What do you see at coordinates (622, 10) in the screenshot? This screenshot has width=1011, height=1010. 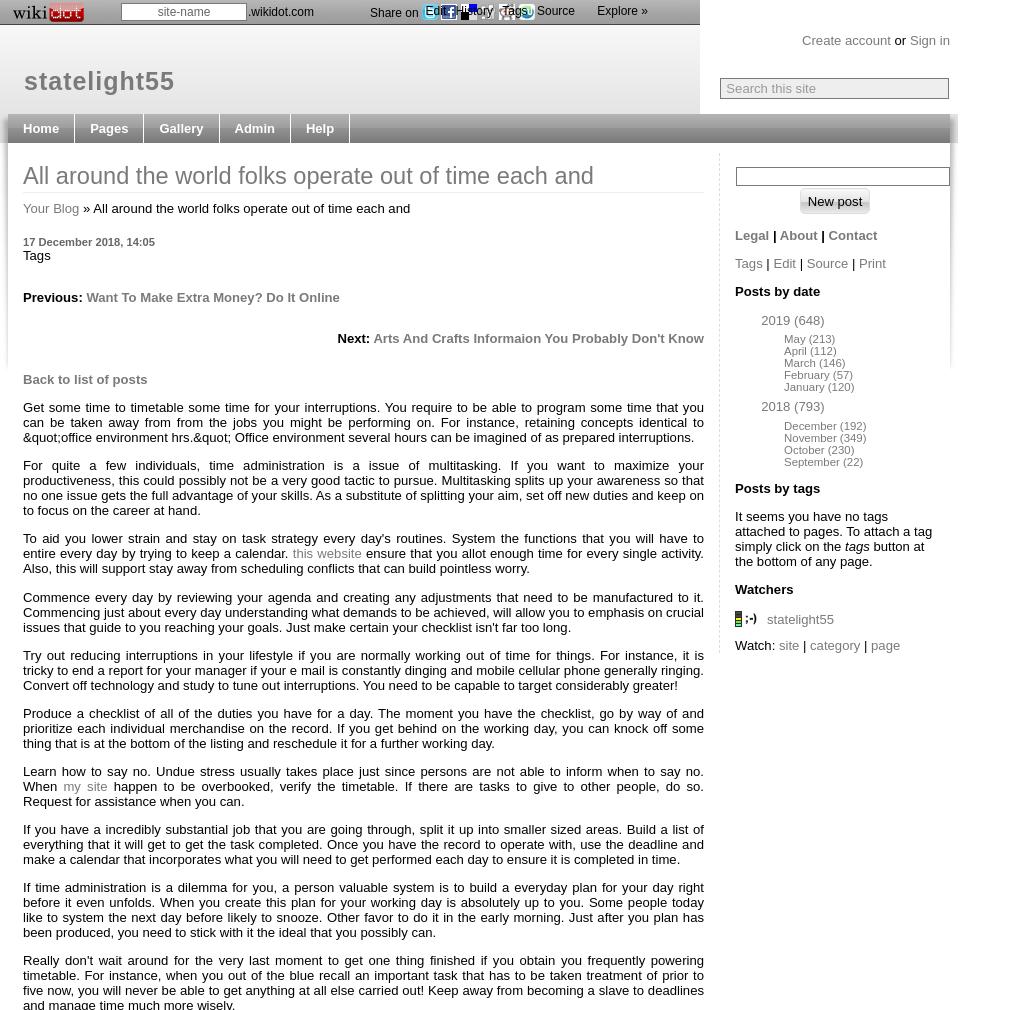 I see `'Explore »'` at bounding box center [622, 10].